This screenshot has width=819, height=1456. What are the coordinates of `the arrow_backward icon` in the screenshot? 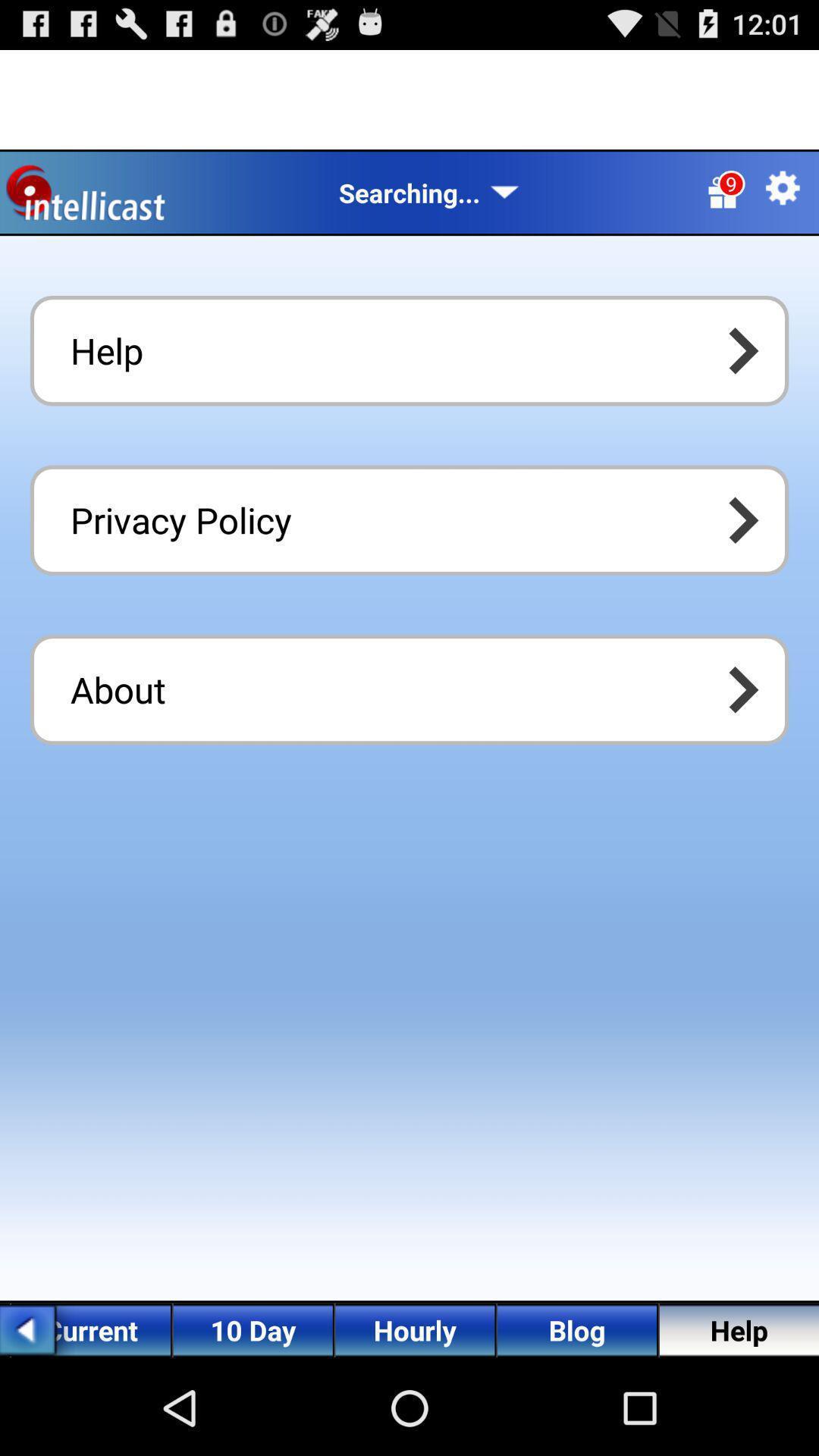 It's located at (36, 1423).